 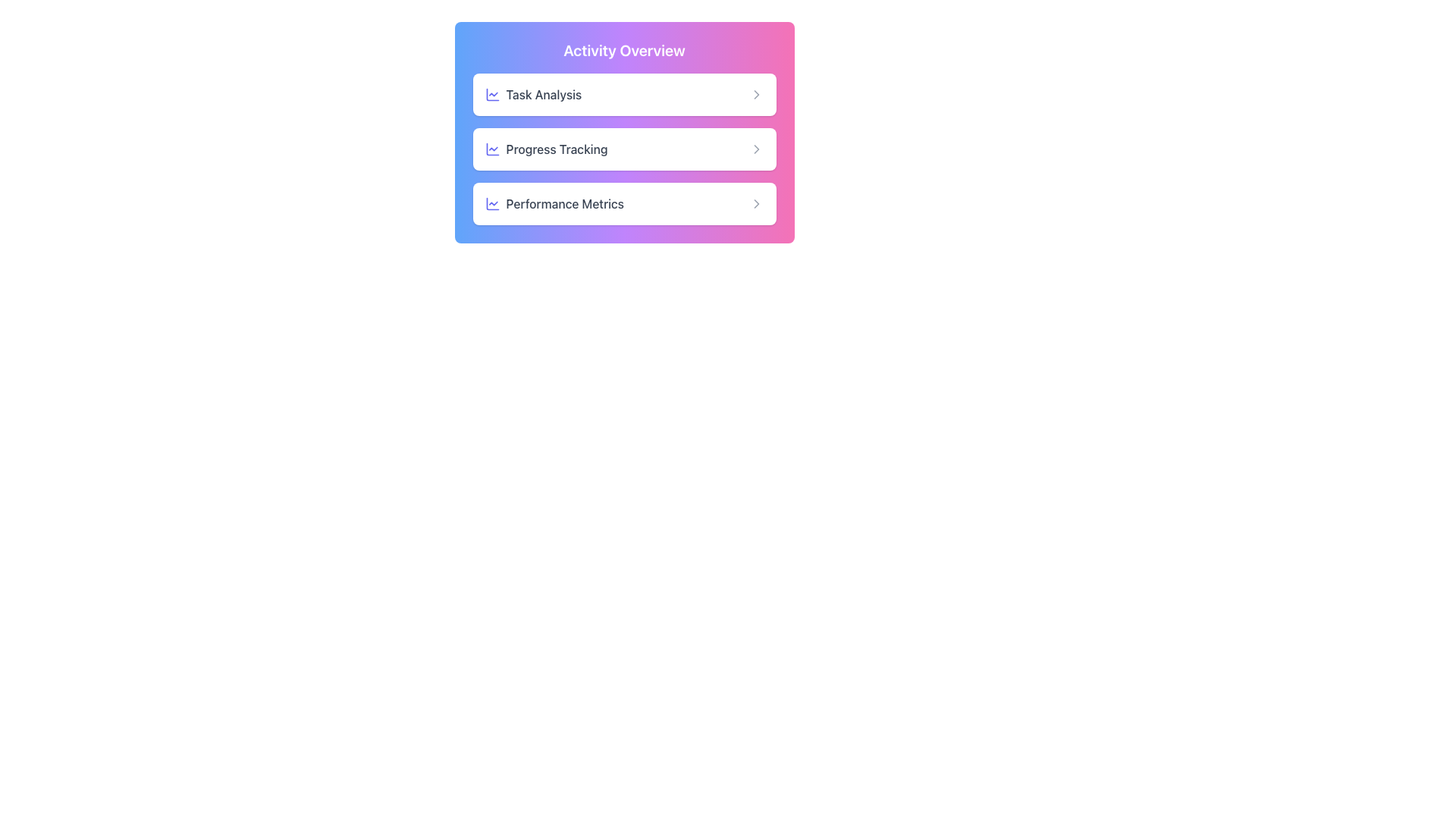 What do you see at coordinates (546, 149) in the screenshot?
I see `the 'Progress Tracking' text label which is displayed in a medium-sized gray font, accompanied by a small indigo-colored chart icon, located under the 'Activity Overview' section` at bounding box center [546, 149].